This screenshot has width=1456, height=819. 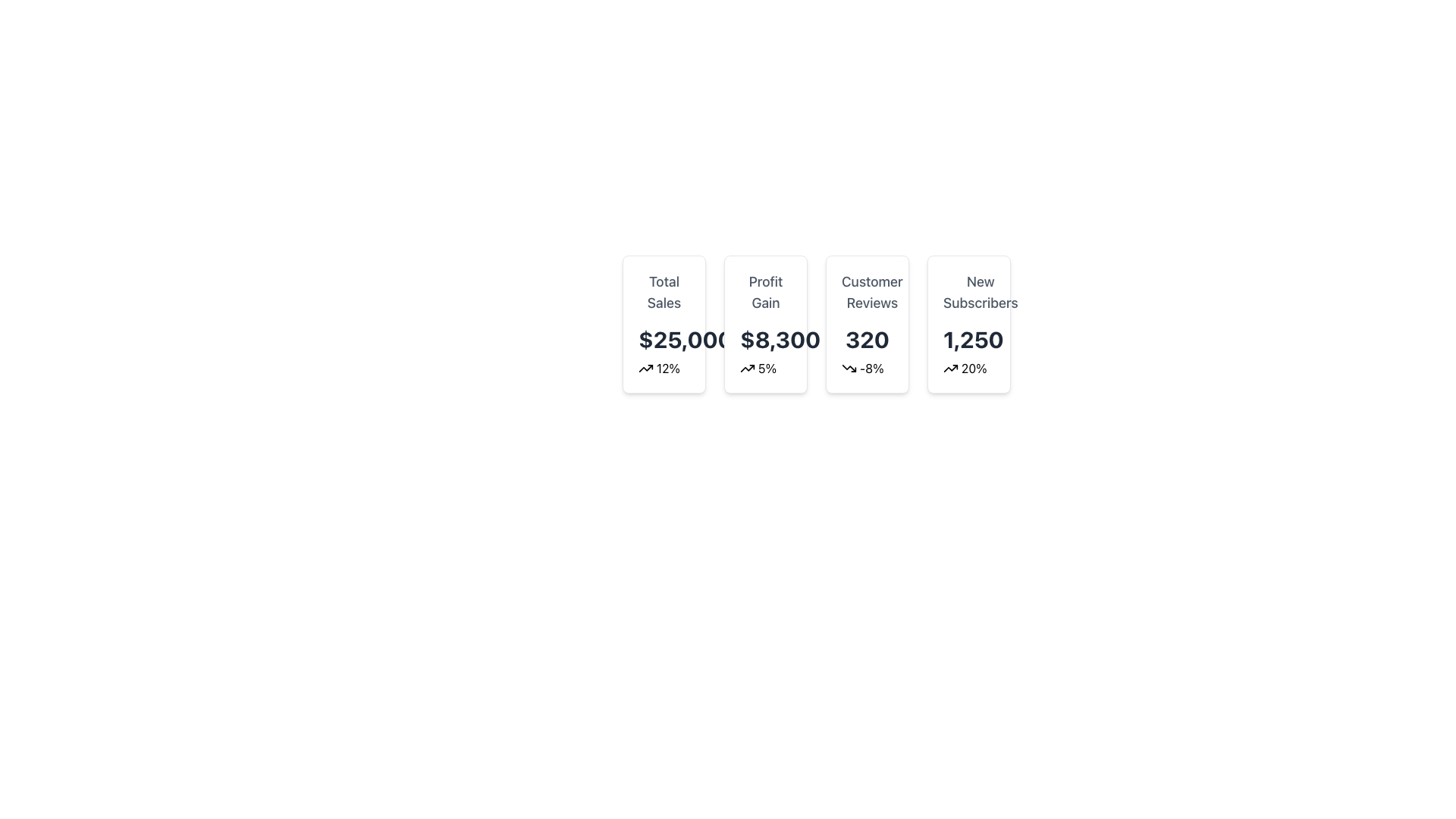 What do you see at coordinates (747, 369) in the screenshot?
I see `the positive trend icon located to the left of the '5%' text within the 'Profit Gain' card` at bounding box center [747, 369].